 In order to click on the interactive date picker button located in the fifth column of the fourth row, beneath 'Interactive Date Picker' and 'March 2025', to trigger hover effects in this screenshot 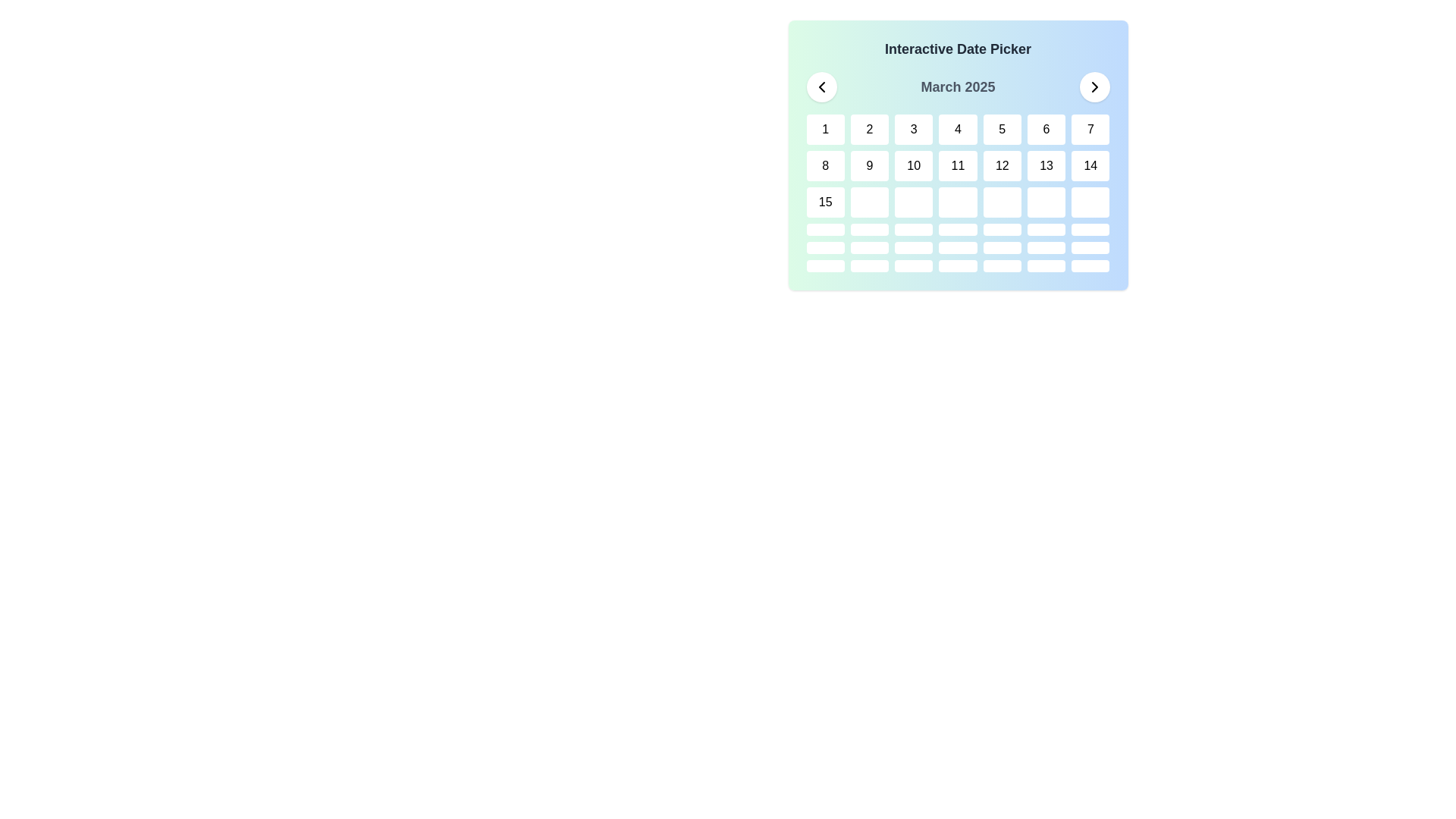, I will do `click(1002, 201)`.